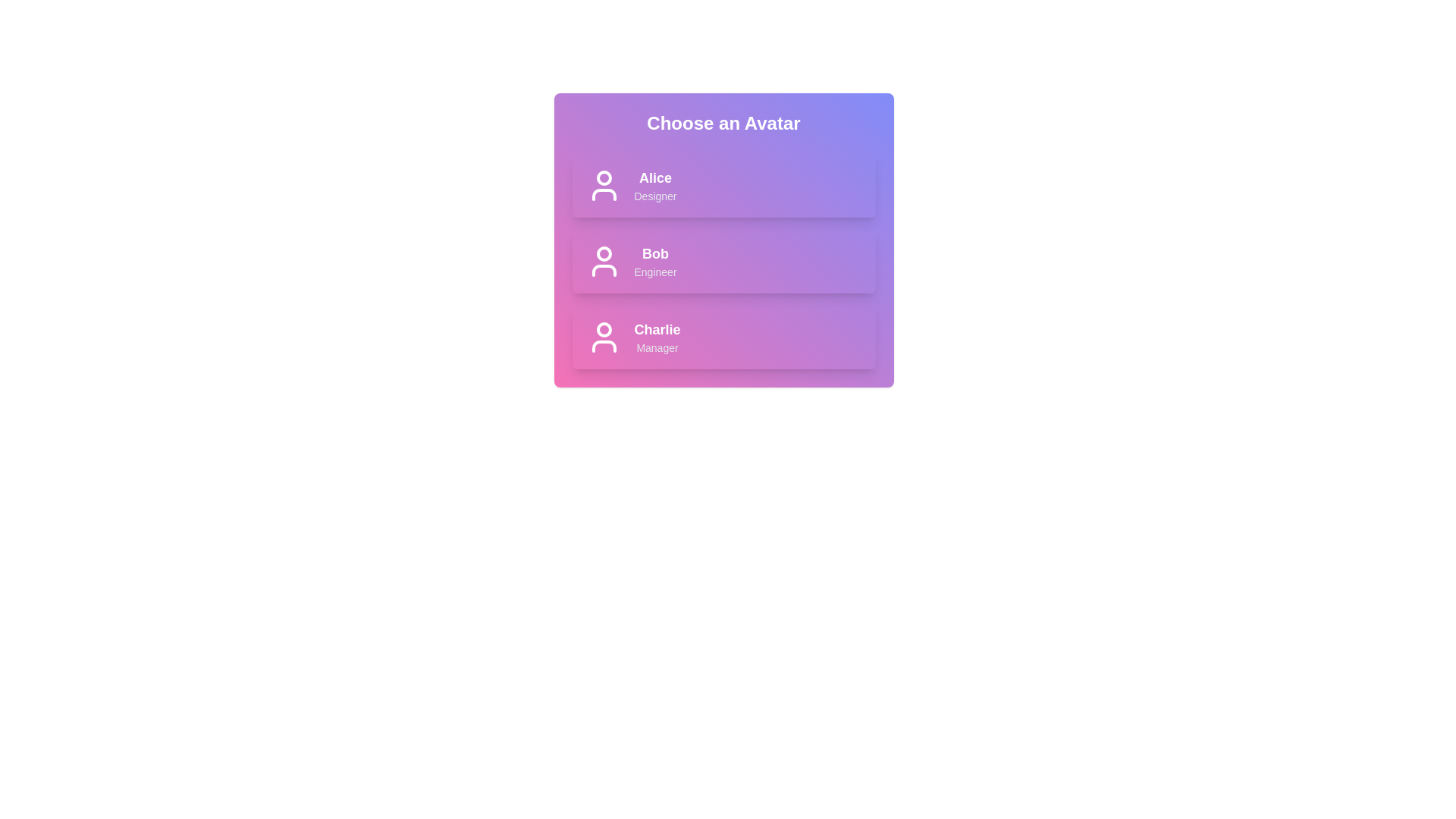  I want to click on the text label that identifies the individual associated with the avatar selection card in the third card of a vertically stacked list, so click(657, 329).